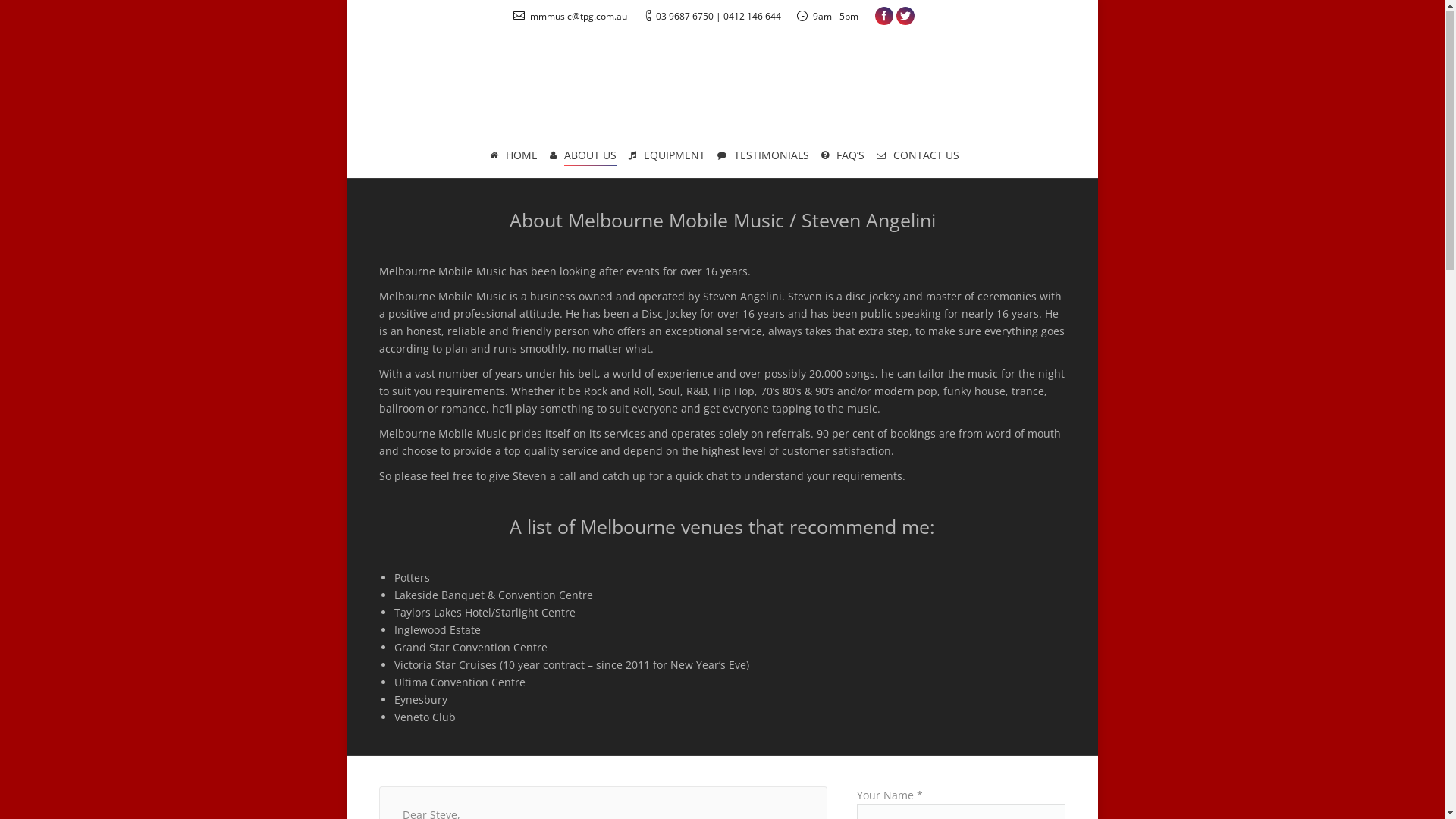  What do you see at coordinates (513, 157) in the screenshot?
I see `'HOME'` at bounding box center [513, 157].